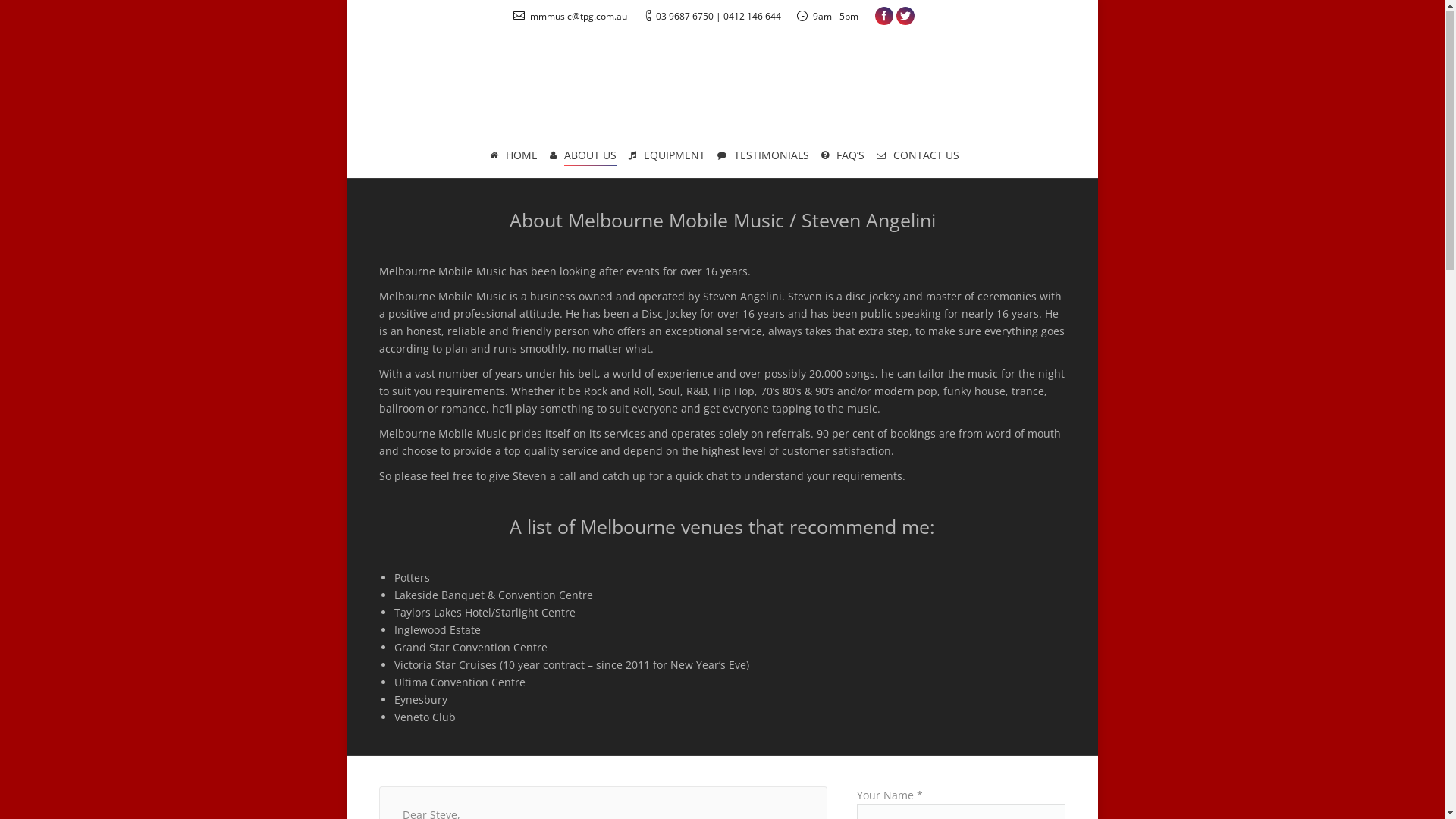  What do you see at coordinates (513, 157) in the screenshot?
I see `'HOME'` at bounding box center [513, 157].